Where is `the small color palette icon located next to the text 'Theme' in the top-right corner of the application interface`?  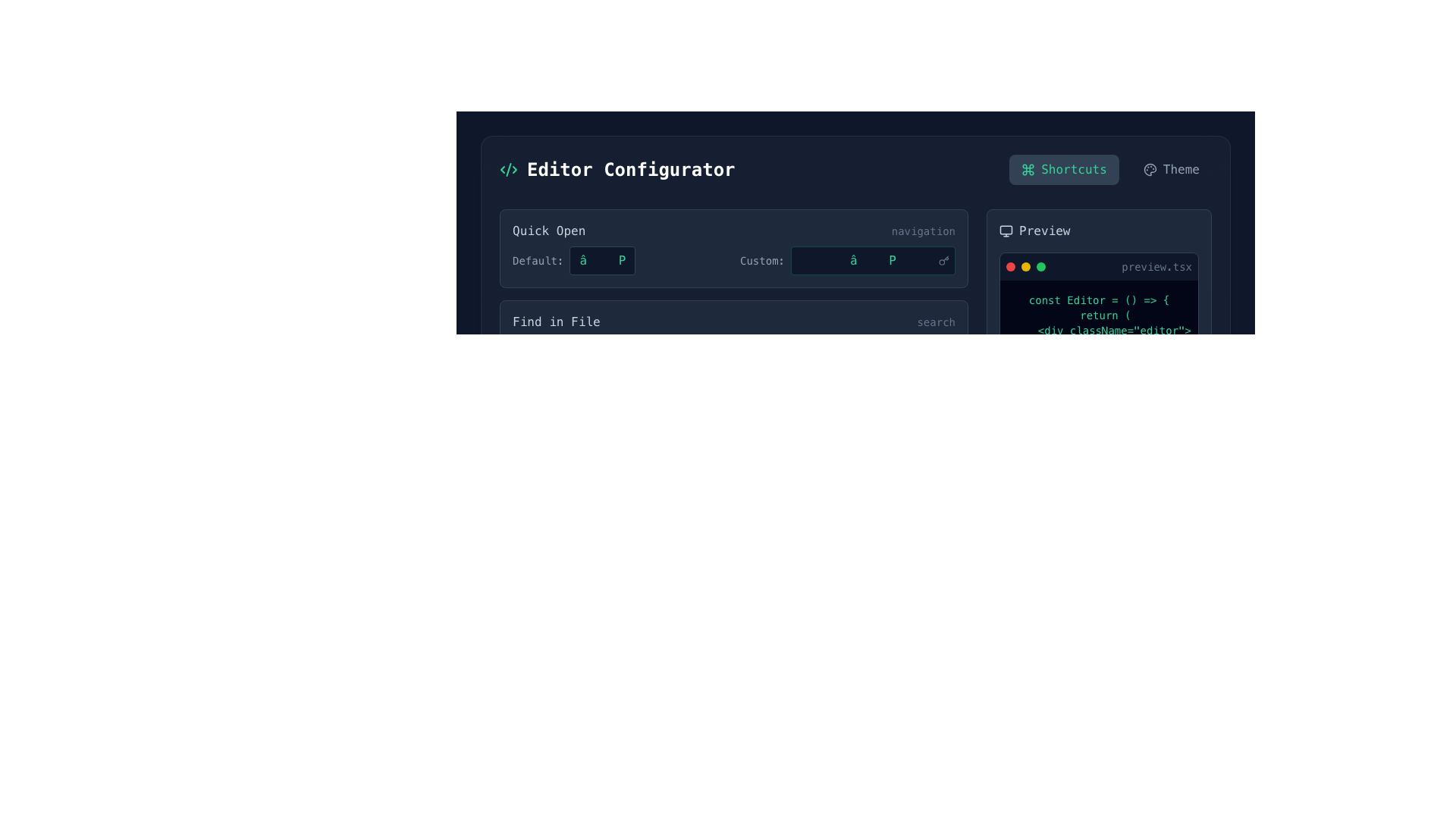 the small color palette icon located next to the text 'Theme' in the top-right corner of the application interface is located at coordinates (1150, 169).